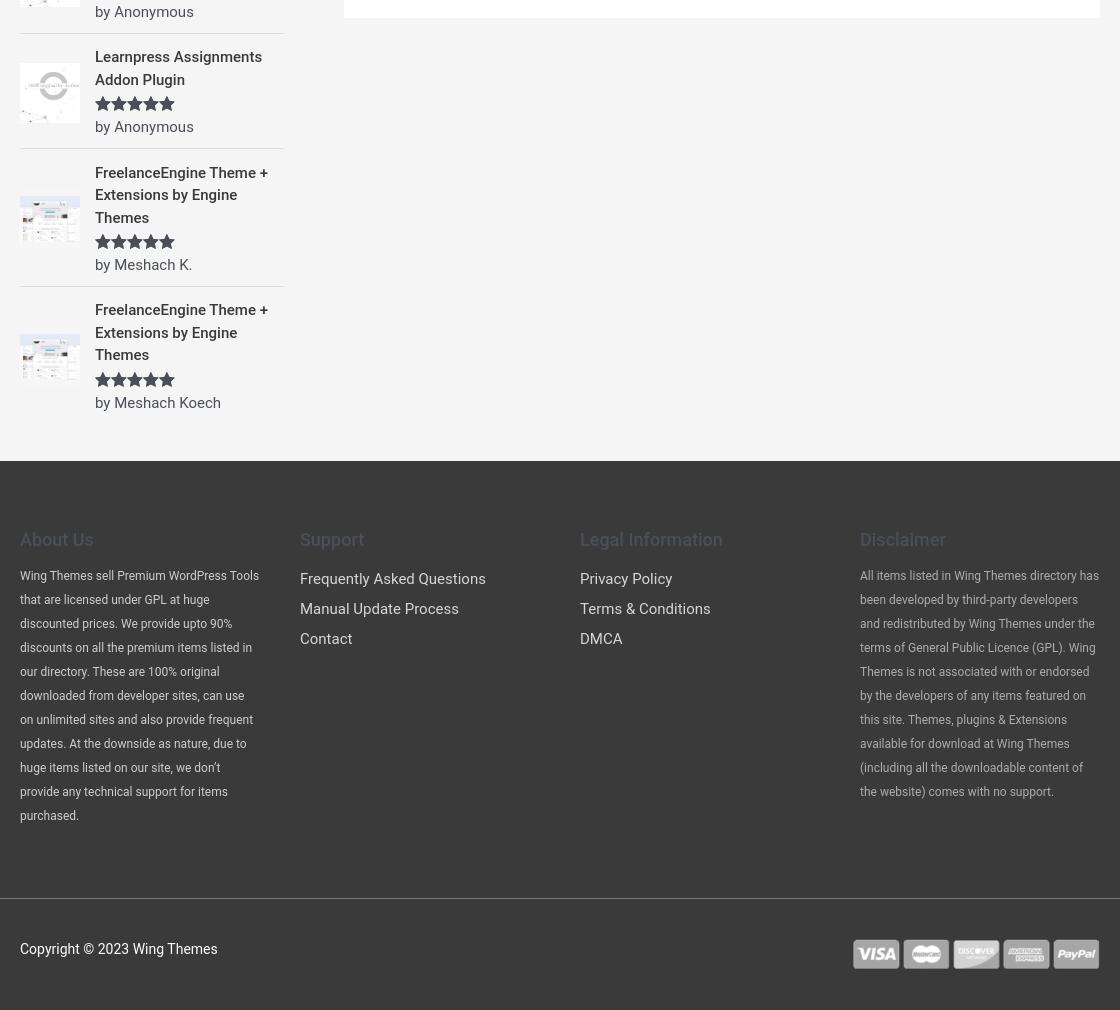 Image resolution: width=1120 pixels, height=1010 pixels. What do you see at coordinates (645, 607) in the screenshot?
I see `'Terms & Conditions'` at bounding box center [645, 607].